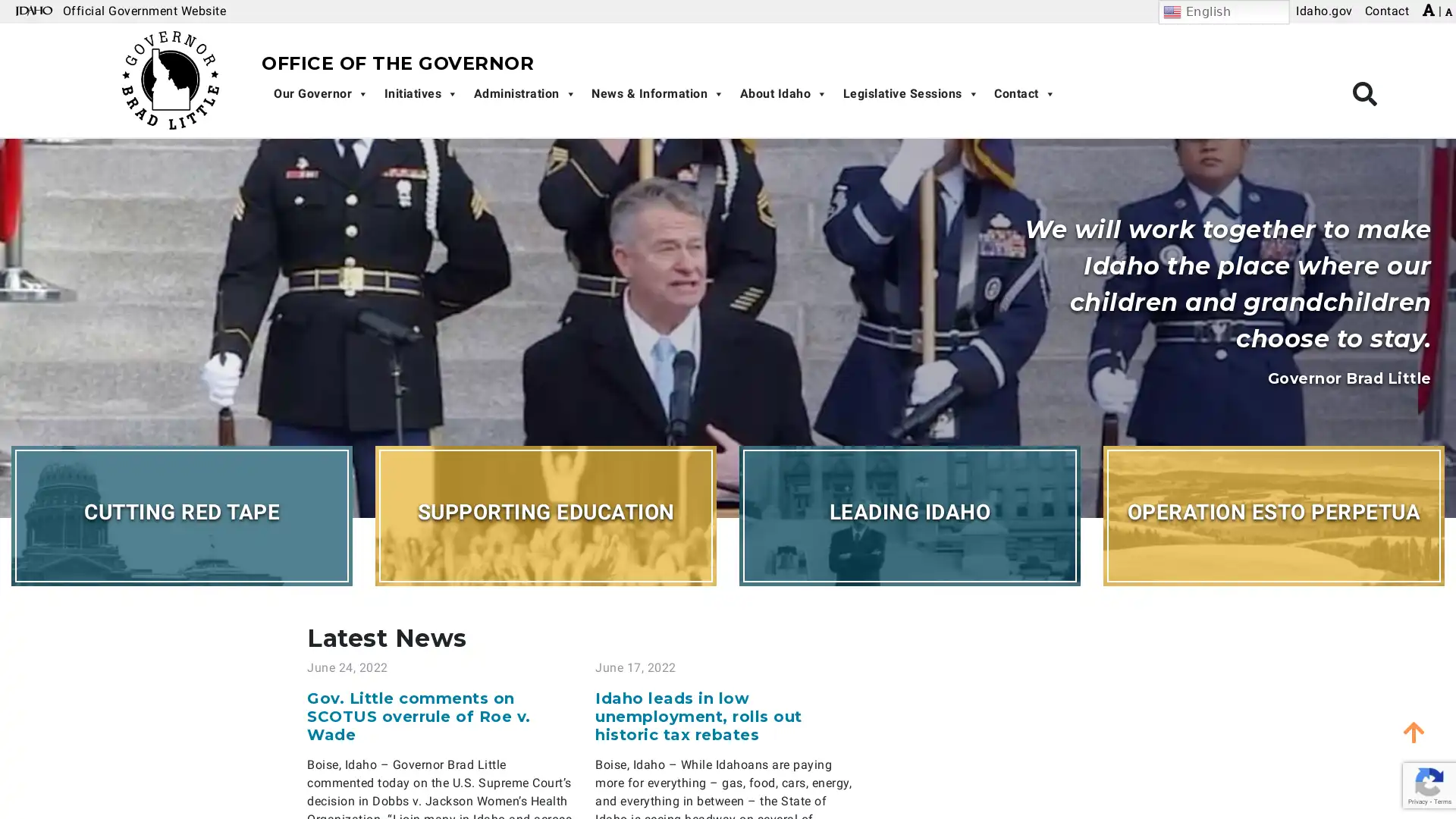 The height and width of the screenshot is (819, 1456). Describe the element at coordinates (1414, 730) in the screenshot. I see `Jump back to top of page button` at that location.